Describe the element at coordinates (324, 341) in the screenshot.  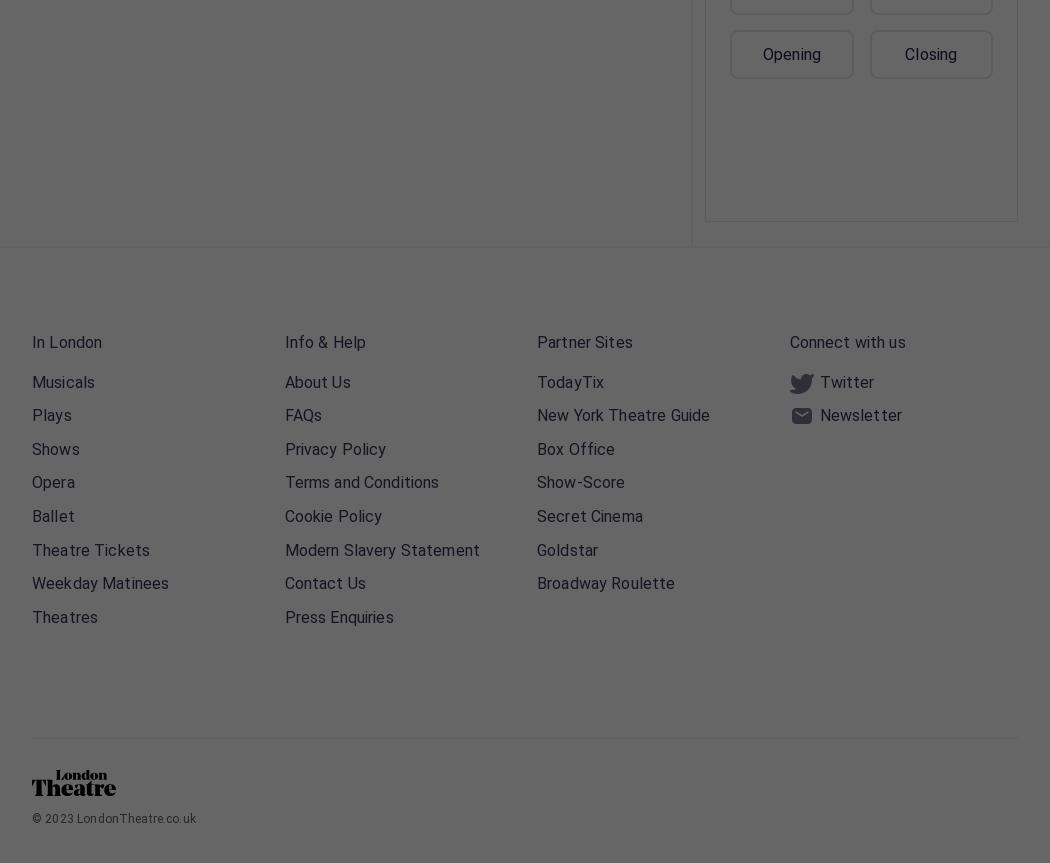
I see `'Info & Help'` at that location.